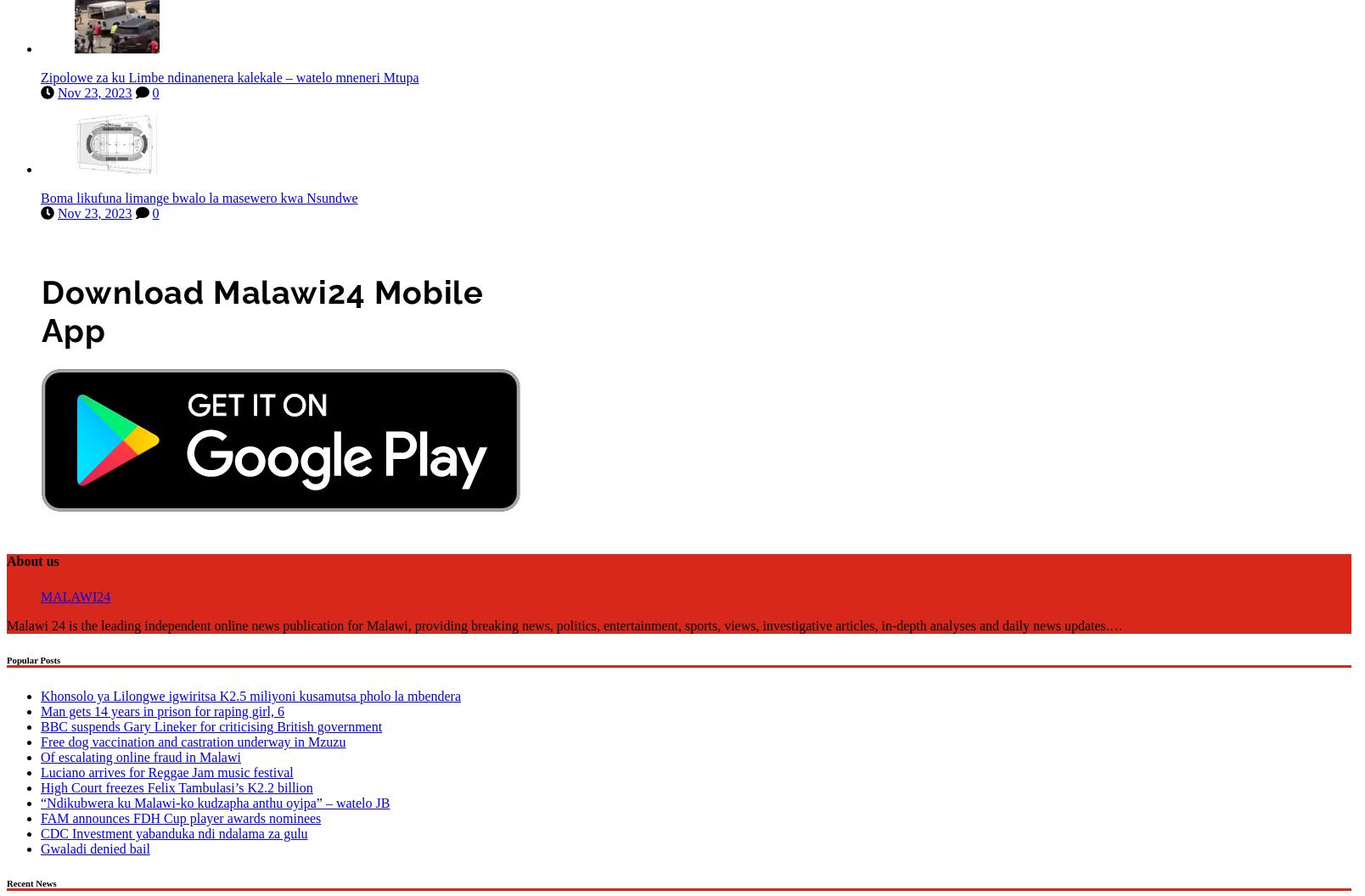 The image size is (1365, 896). I want to click on '24', so click(104, 593).